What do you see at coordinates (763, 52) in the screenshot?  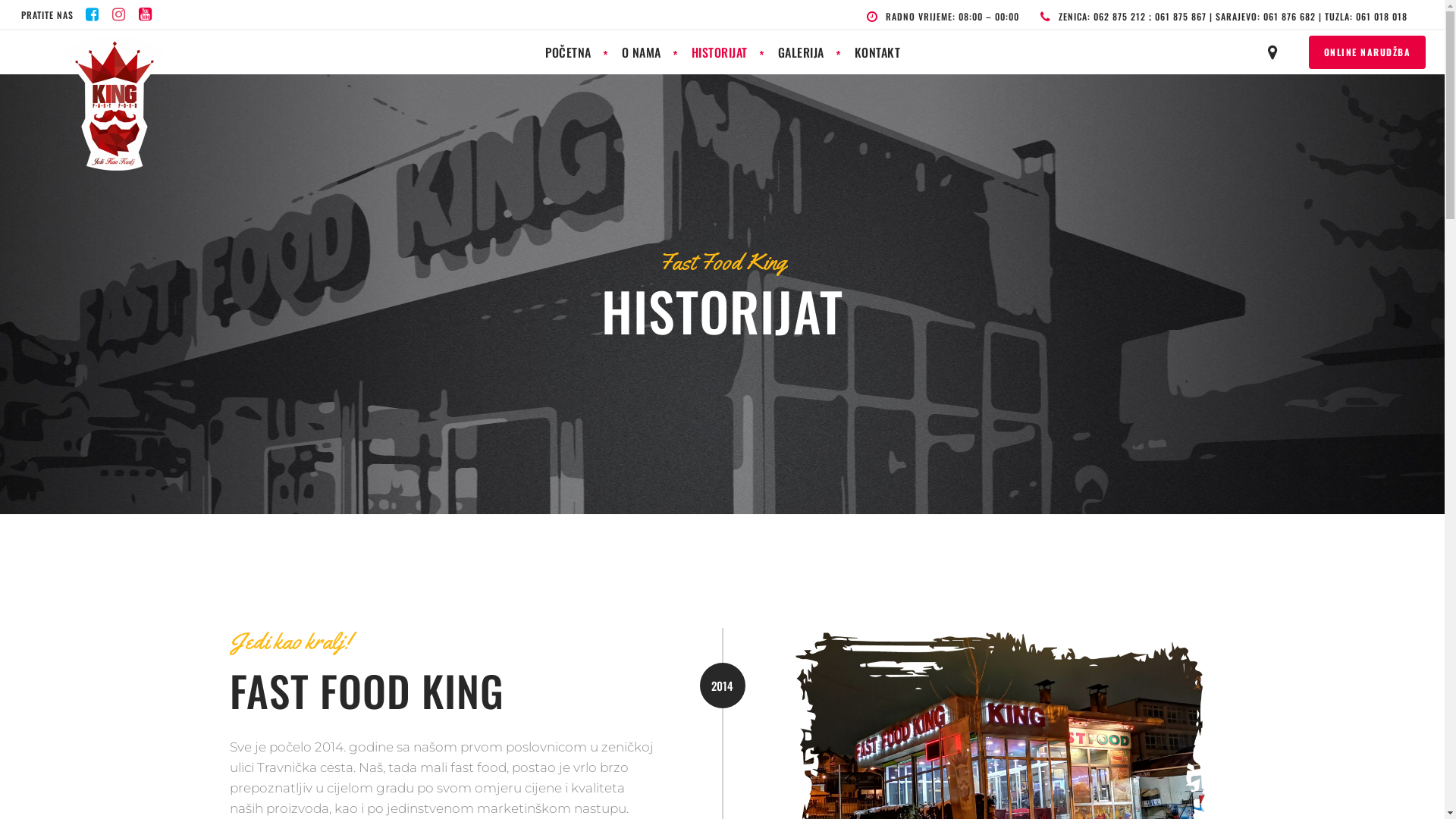 I see `'GALERIJA'` at bounding box center [763, 52].